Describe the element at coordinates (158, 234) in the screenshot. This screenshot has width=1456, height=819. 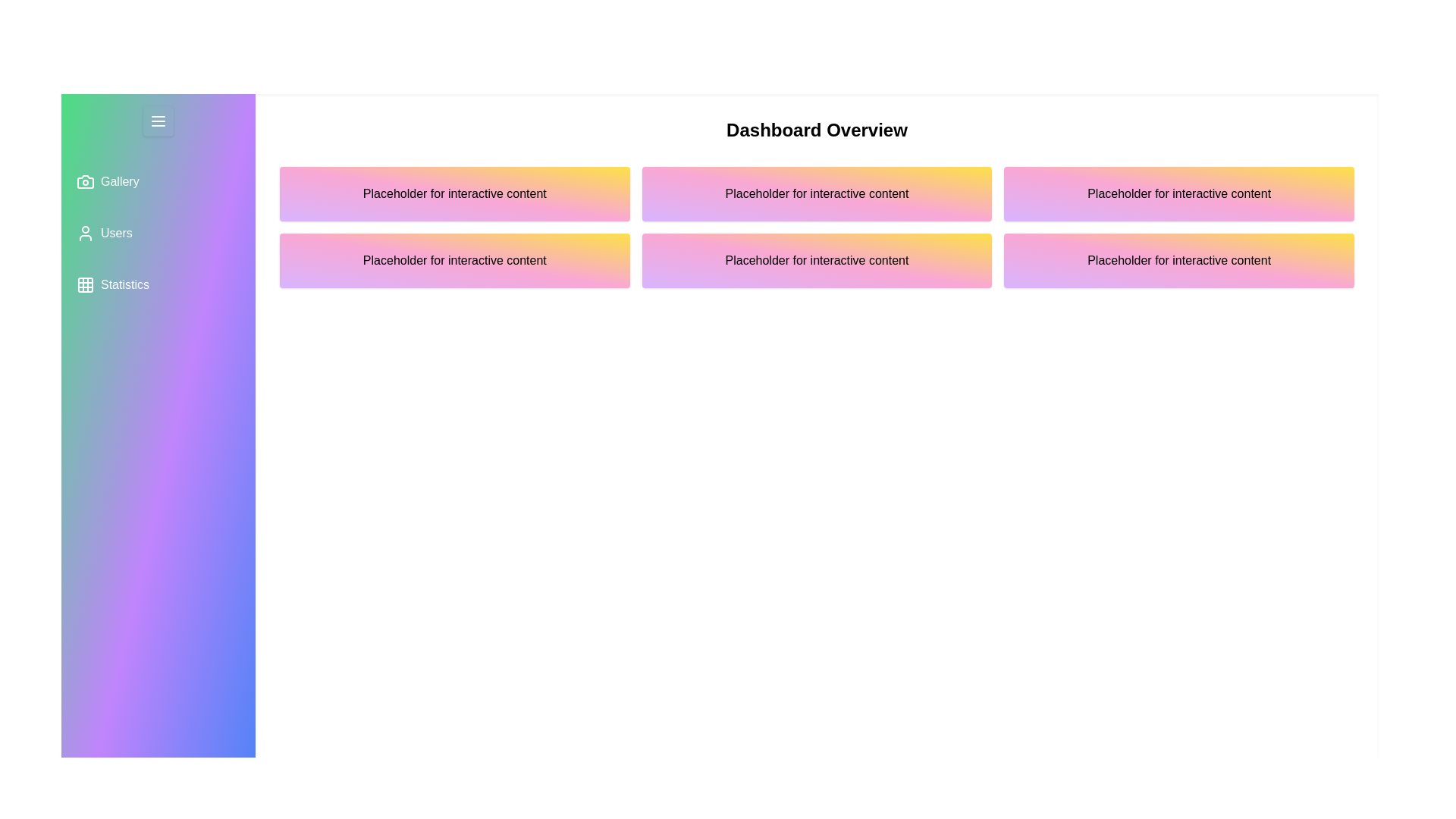
I see `the menu item labeled Users to observe its hover effect` at that location.